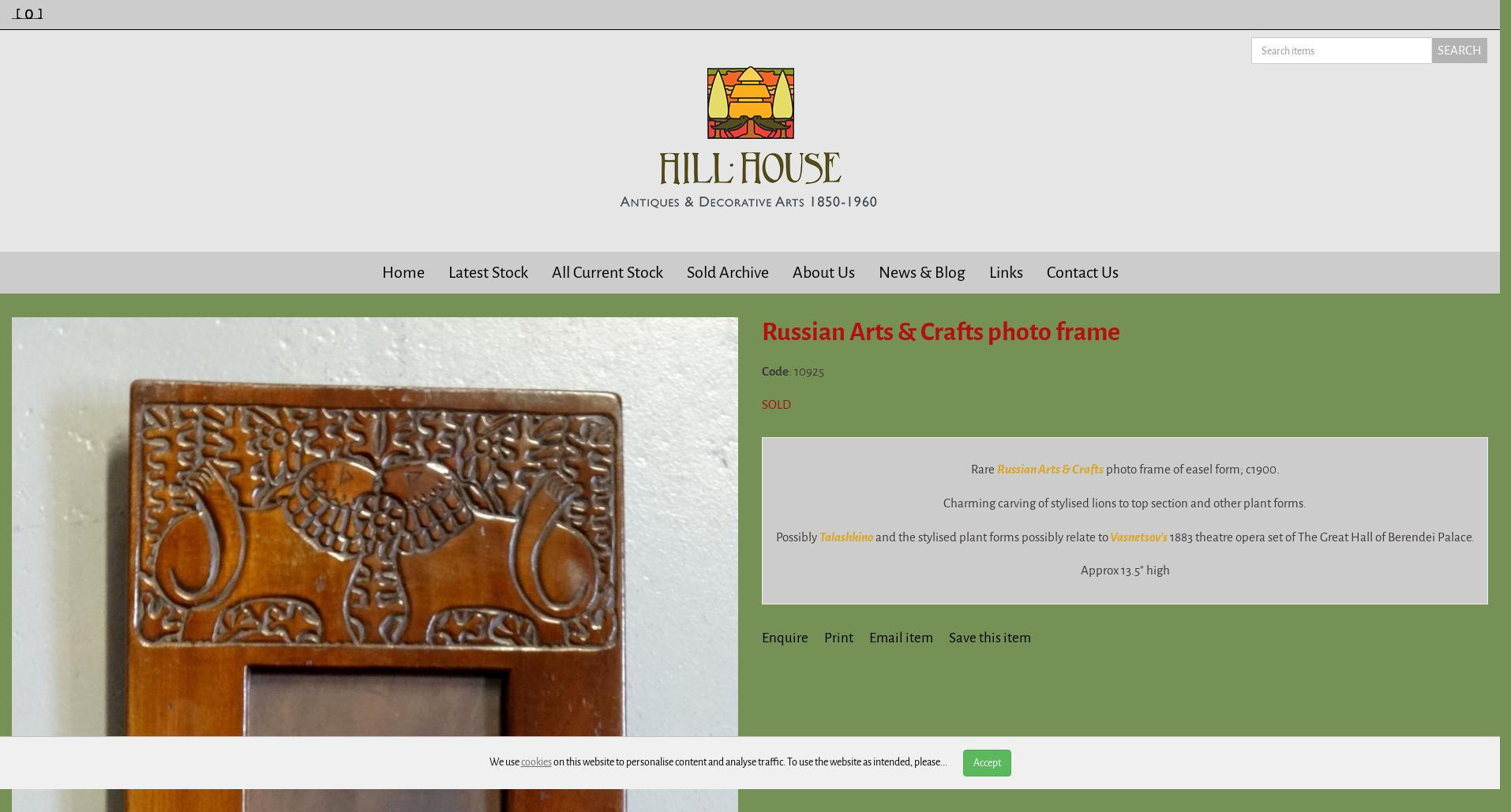 The height and width of the screenshot is (812, 1511). I want to click on 'photo frame of easel form; c1900.', so click(1190, 469).